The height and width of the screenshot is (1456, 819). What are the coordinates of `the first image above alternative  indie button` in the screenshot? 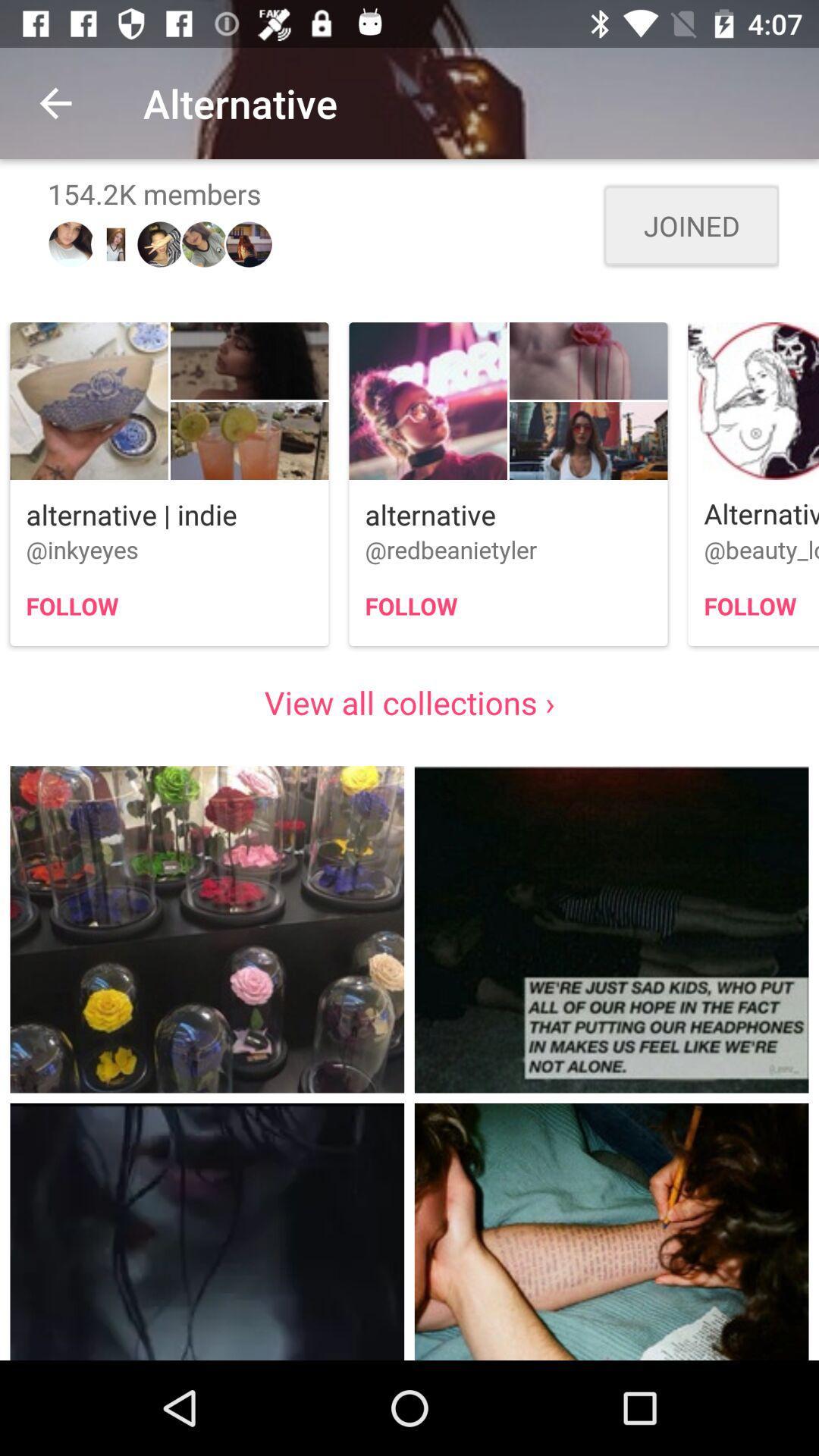 It's located at (72, 244).